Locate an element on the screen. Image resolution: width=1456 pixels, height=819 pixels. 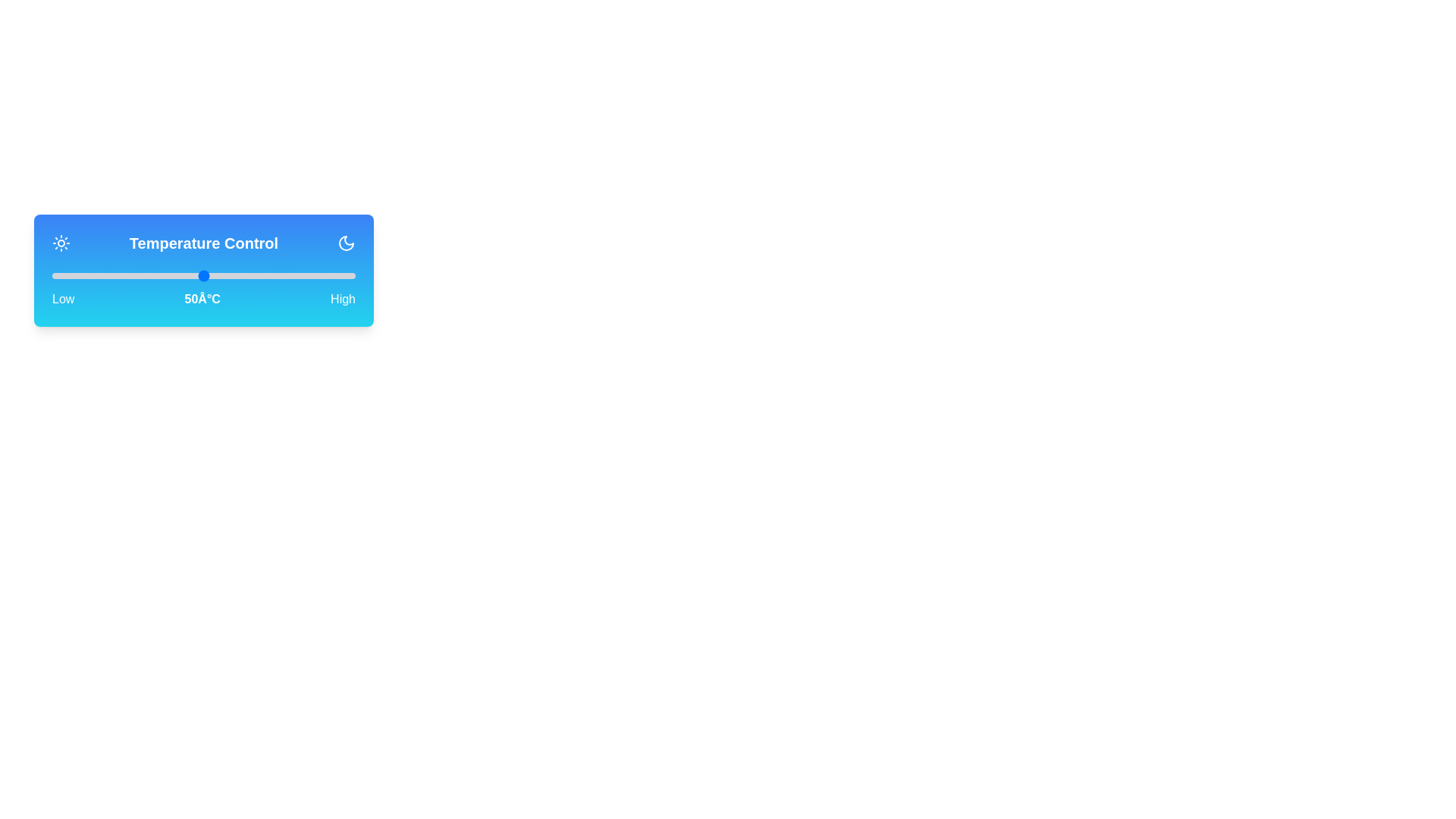
the sun icon to toggle the temperature control mode is located at coordinates (61, 242).